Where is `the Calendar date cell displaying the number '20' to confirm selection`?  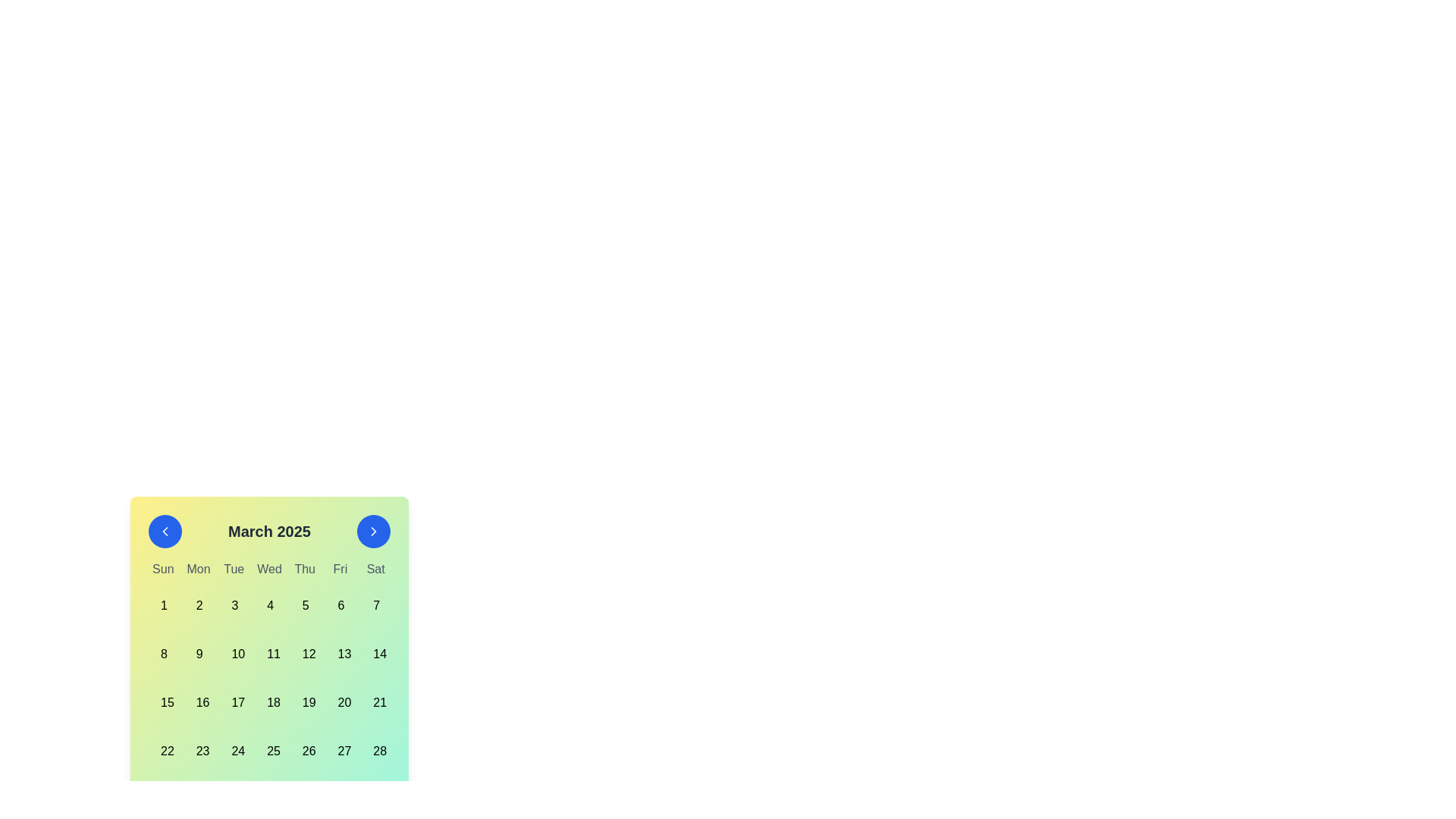 the Calendar date cell displaying the number '20' to confirm selection is located at coordinates (339, 702).